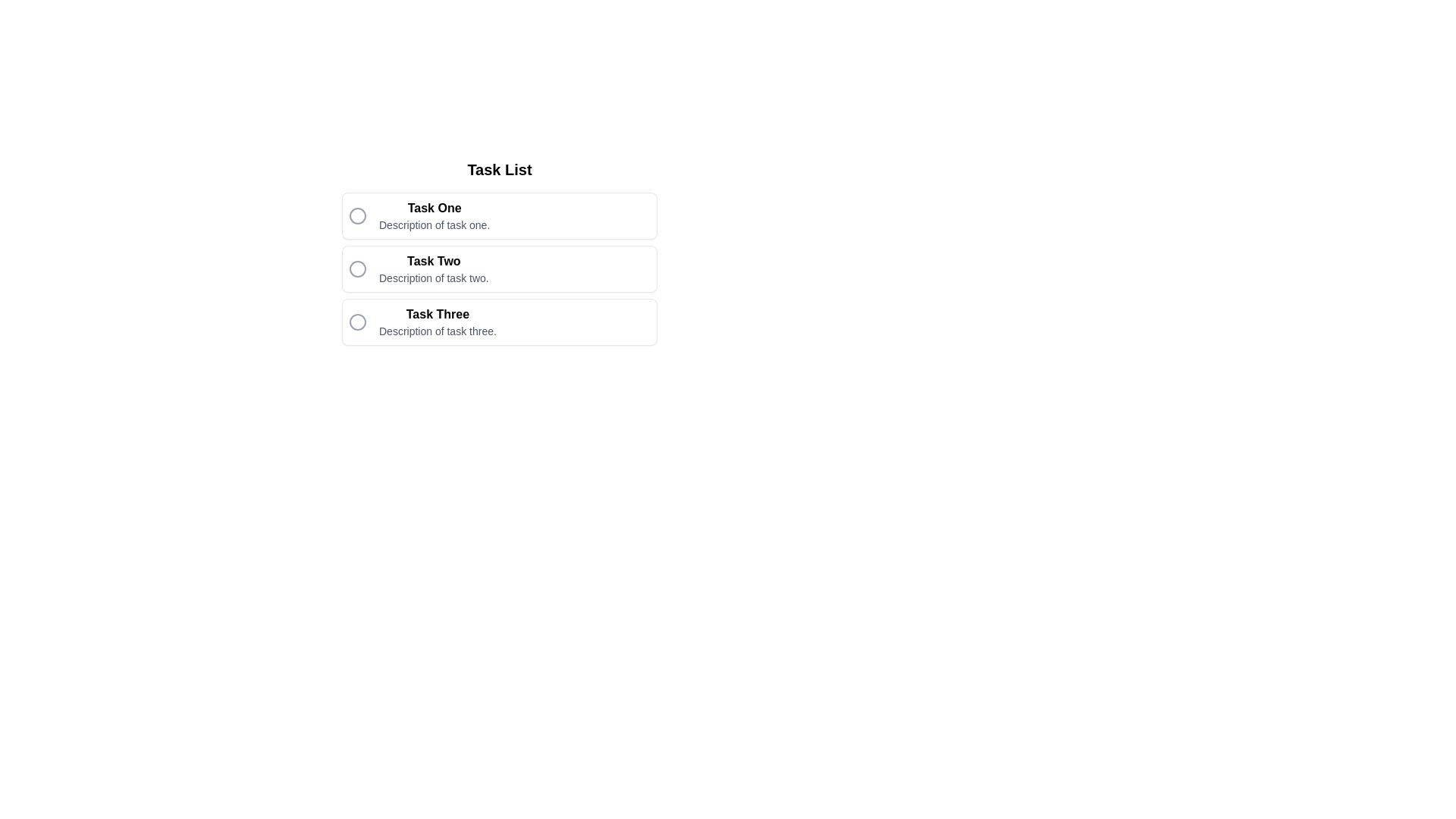 The image size is (1456, 819). I want to click on title 'Task One' and the description 'Description of task one.' from the first task item, which contains a radio button and is located at the top of the vertical list, so click(499, 216).